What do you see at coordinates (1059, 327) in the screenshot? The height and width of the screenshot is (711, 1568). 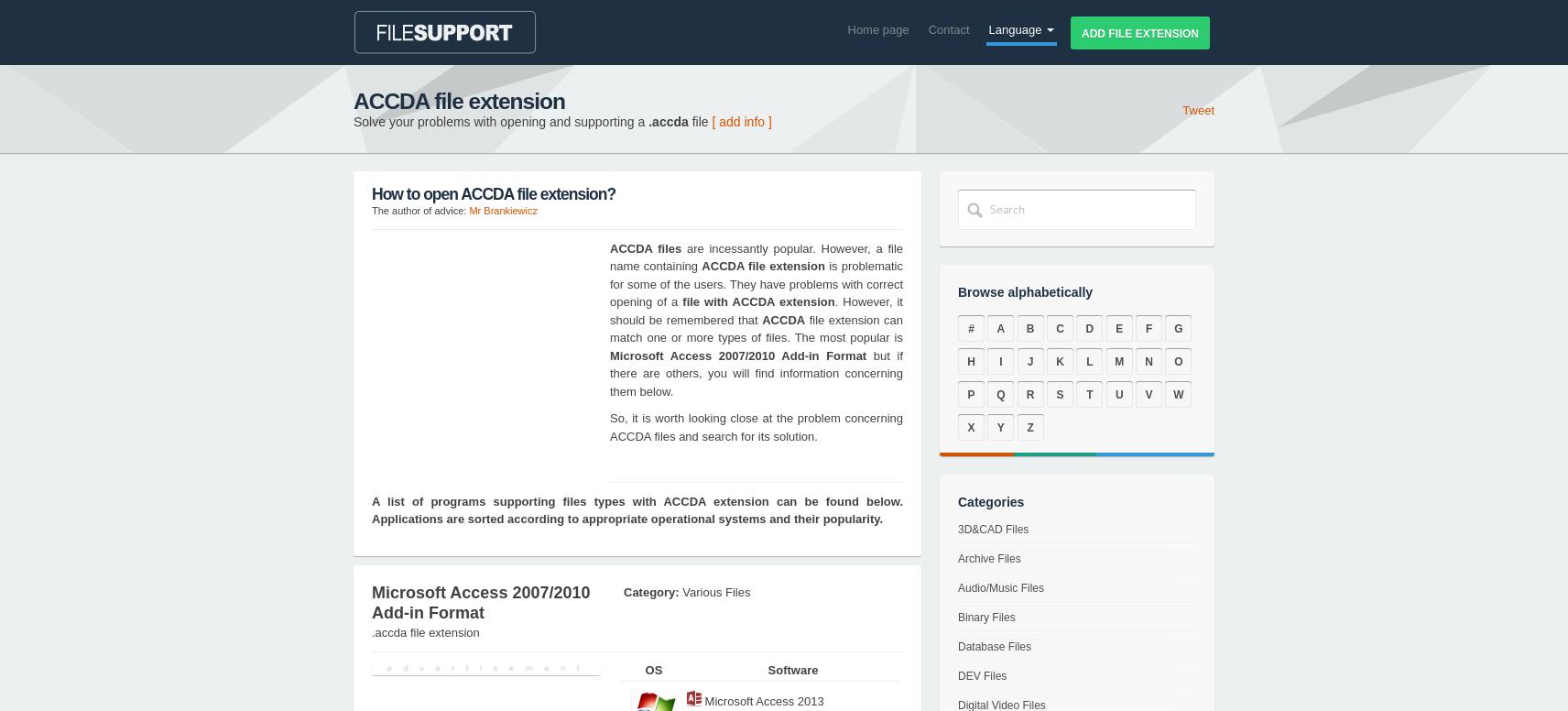 I see `'C'` at bounding box center [1059, 327].